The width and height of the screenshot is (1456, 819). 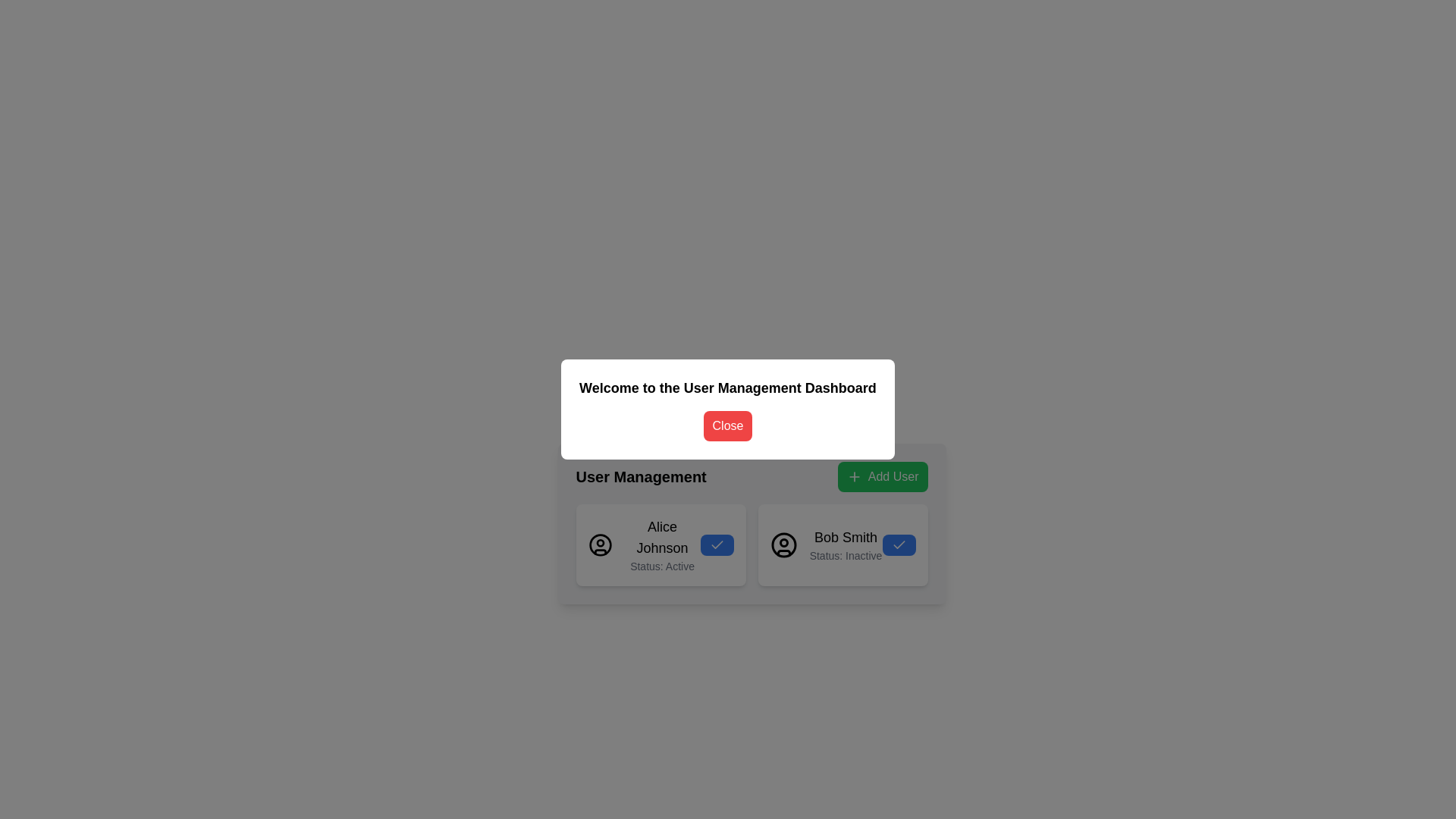 What do you see at coordinates (716, 544) in the screenshot?
I see `blue checkmark icon indicating active status for user 'Alice Johnson', located at the bottom-right of the user card` at bounding box center [716, 544].